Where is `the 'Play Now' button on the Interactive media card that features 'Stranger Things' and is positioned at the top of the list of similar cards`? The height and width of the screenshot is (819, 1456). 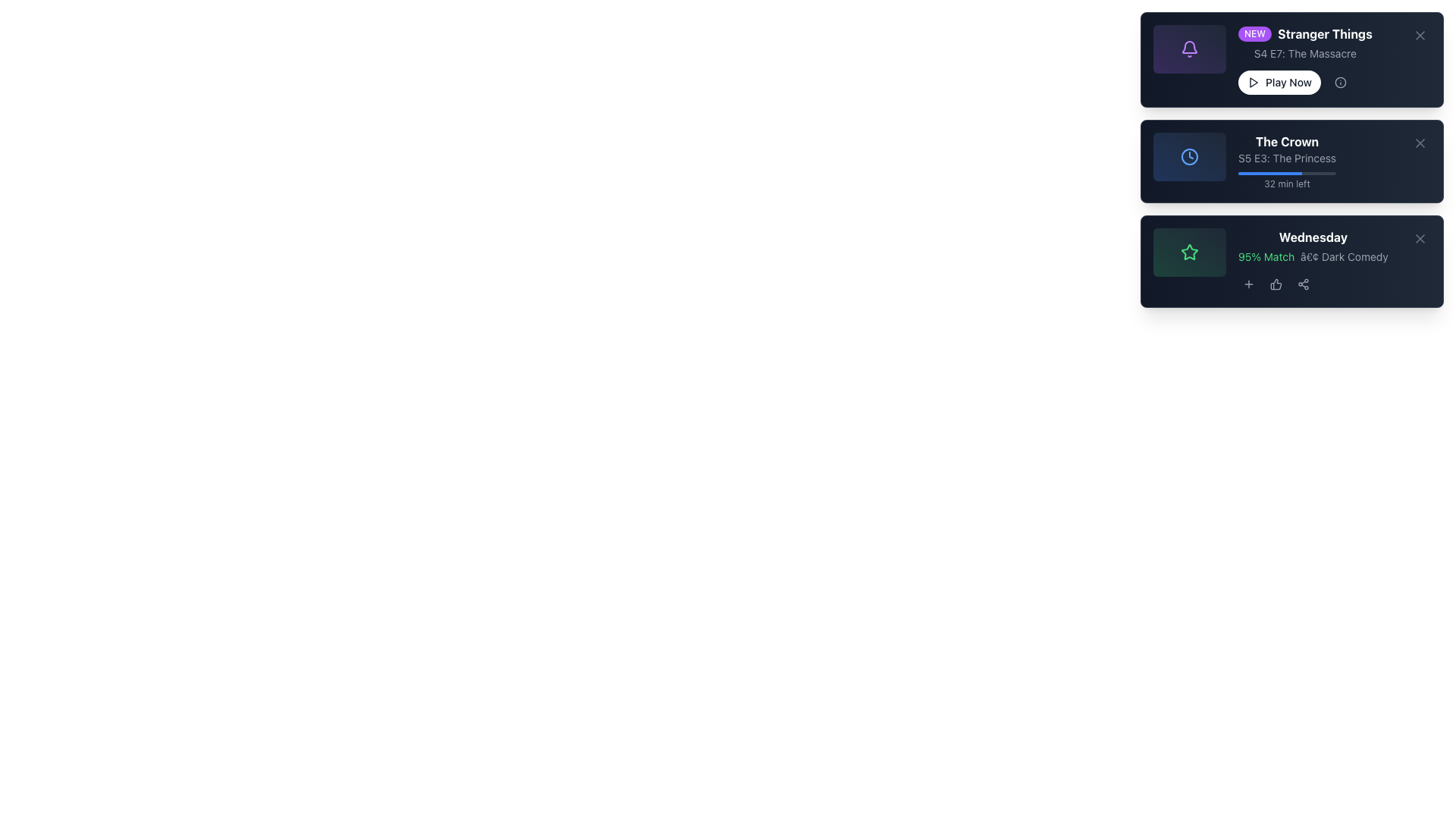 the 'Play Now' button on the Interactive media card that features 'Stranger Things' and is positioned at the top of the list of similar cards is located at coordinates (1291, 58).